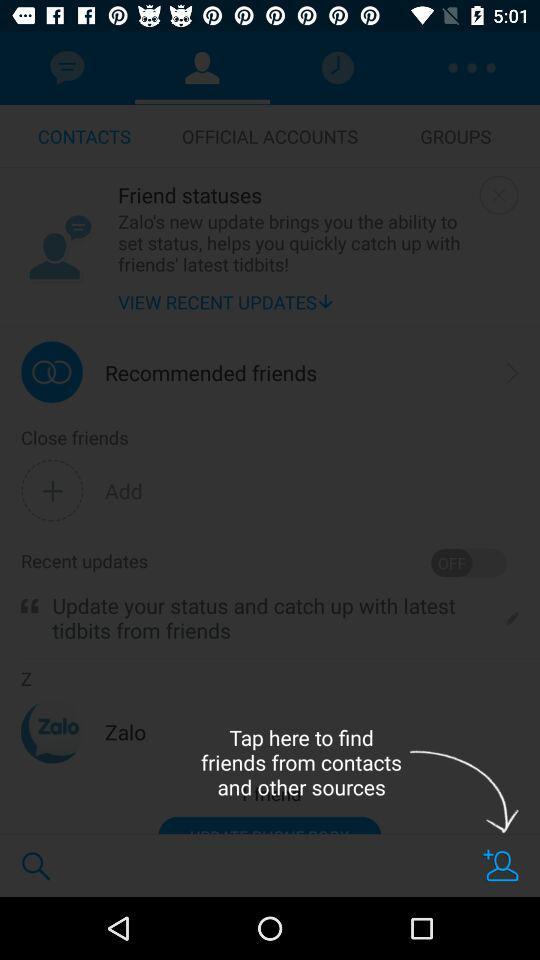  What do you see at coordinates (293, 241) in the screenshot?
I see `item below friend statuses item` at bounding box center [293, 241].